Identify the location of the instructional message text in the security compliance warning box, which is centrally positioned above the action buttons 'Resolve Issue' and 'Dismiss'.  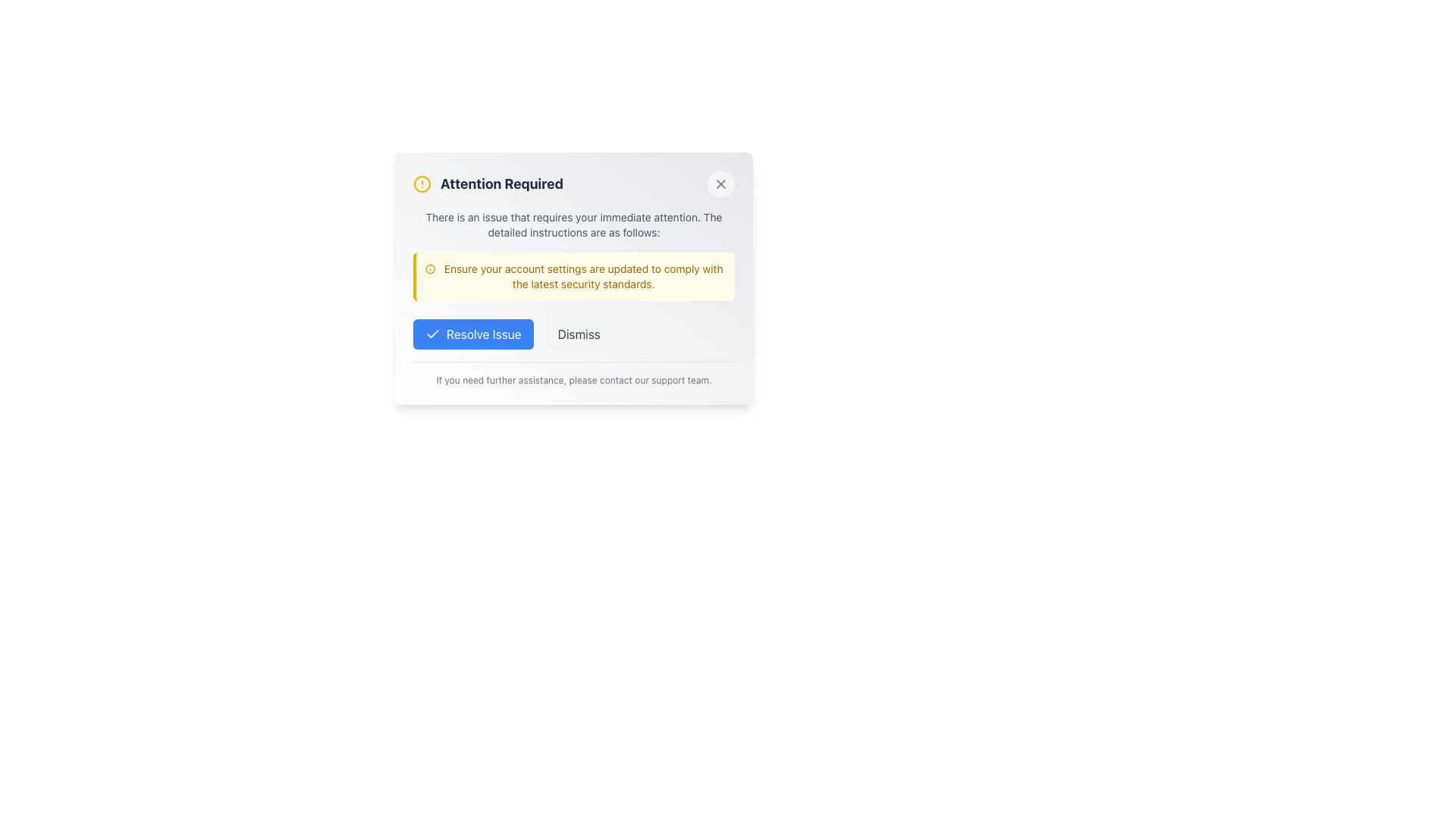
(582, 277).